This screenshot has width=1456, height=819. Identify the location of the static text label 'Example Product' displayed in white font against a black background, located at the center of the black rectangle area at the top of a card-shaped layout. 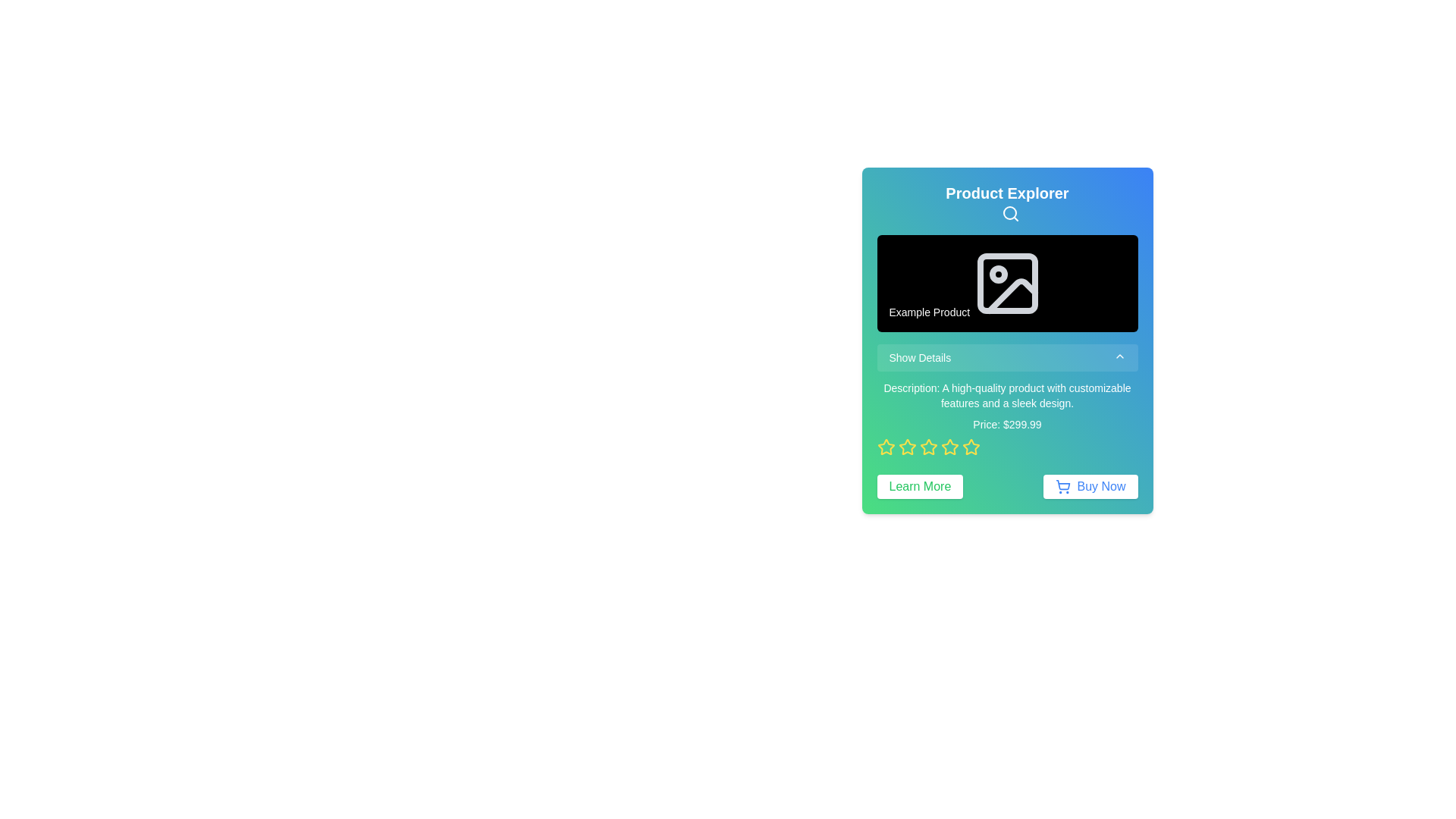
(928, 311).